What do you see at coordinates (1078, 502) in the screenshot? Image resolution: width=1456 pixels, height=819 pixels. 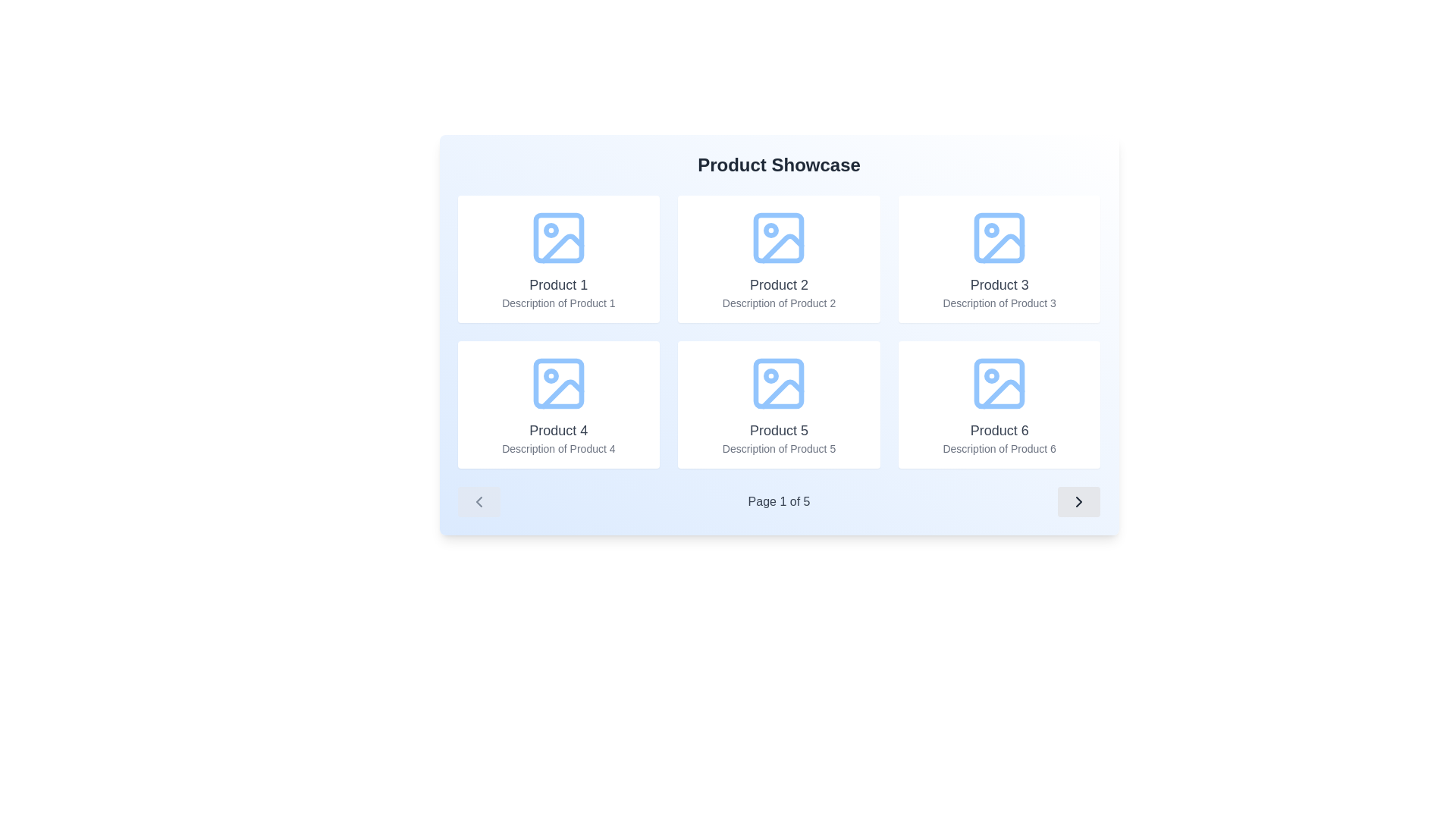 I see `the 'Next Page' button located at the rightmost position in the bottom navigation bar` at bounding box center [1078, 502].